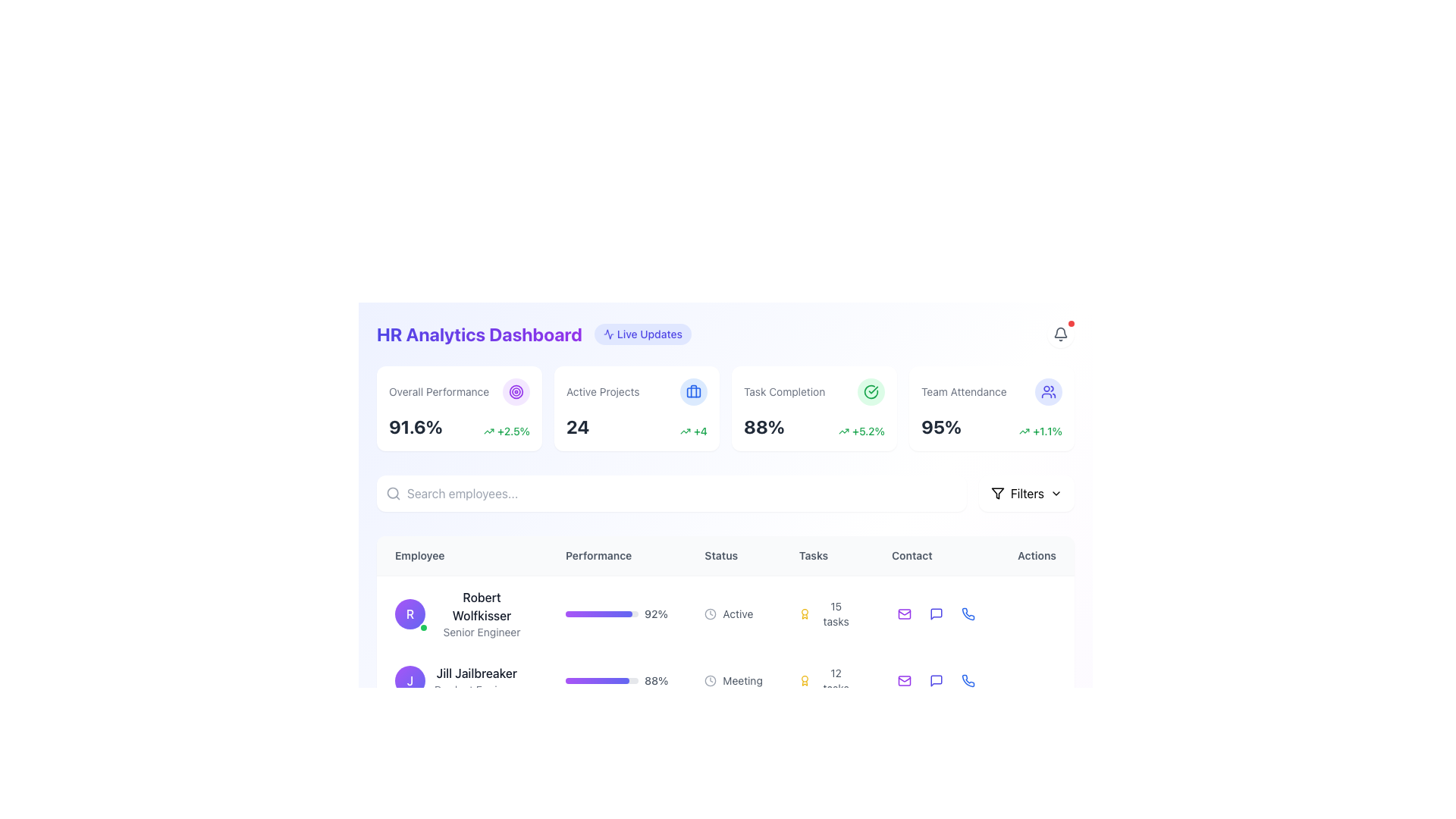 This screenshot has height=819, width=1456. I want to click on the trending arrow icon that indicates a positive change in the 'Task Completion' metric, located before the green '+5.2%' text, so click(843, 431).